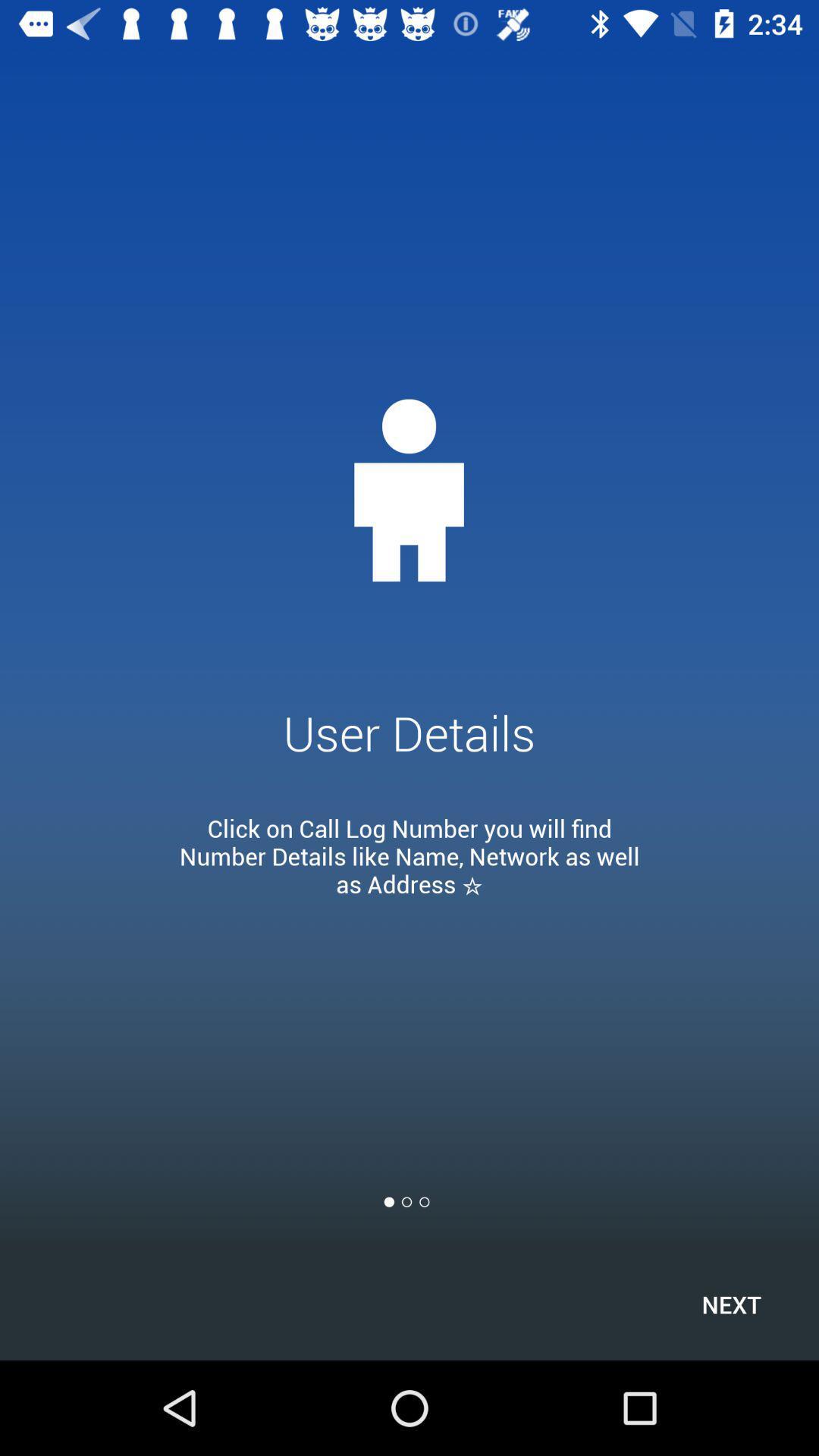 Image resolution: width=819 pixels, height=1456 pixels. What do you see at coordinates (730, 1304) in the screenshot?
I see `the next icon` at bounding box center [730, 1304].